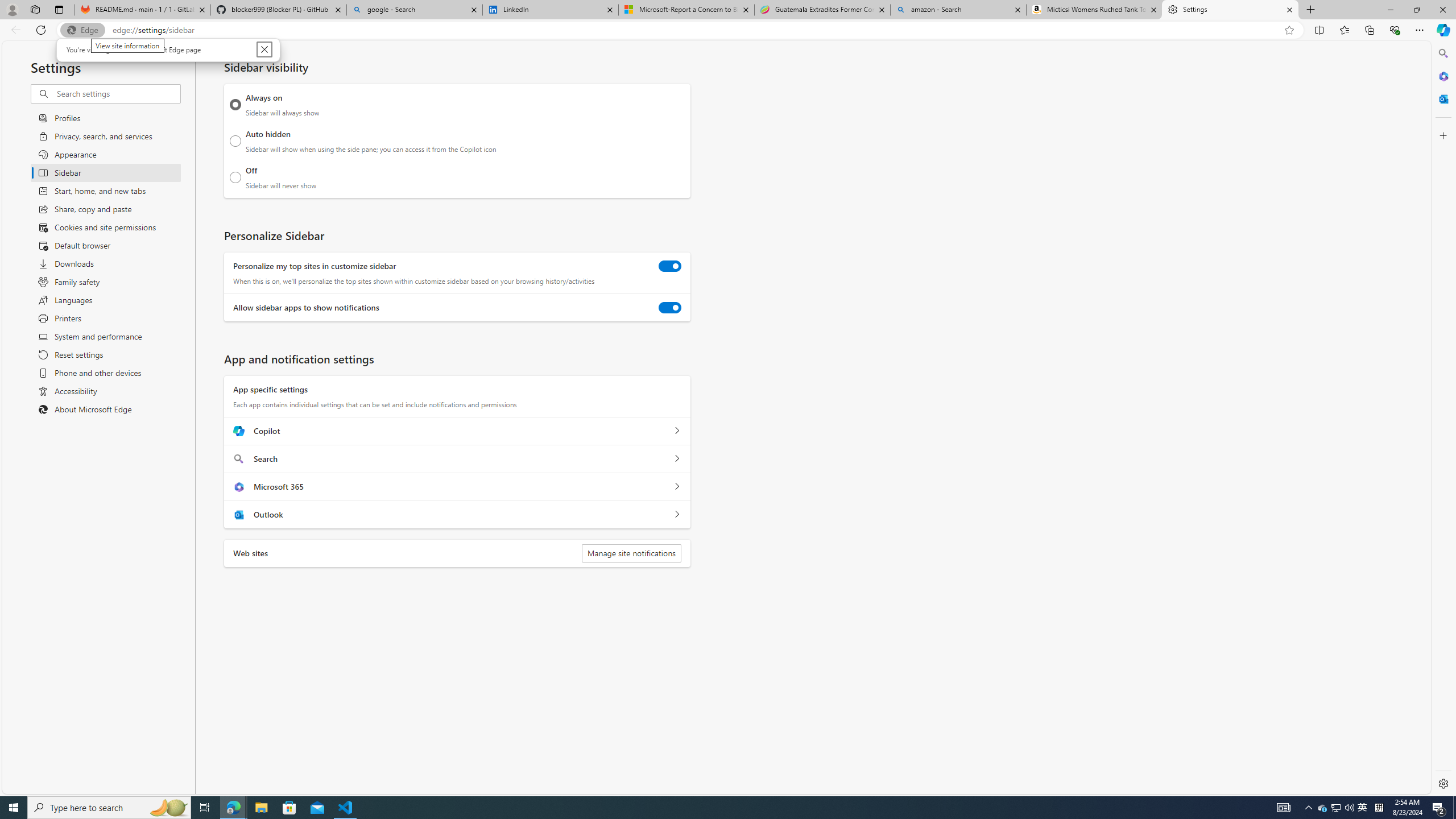  I want to click on 'Microsoft Store', so click(289, 806).